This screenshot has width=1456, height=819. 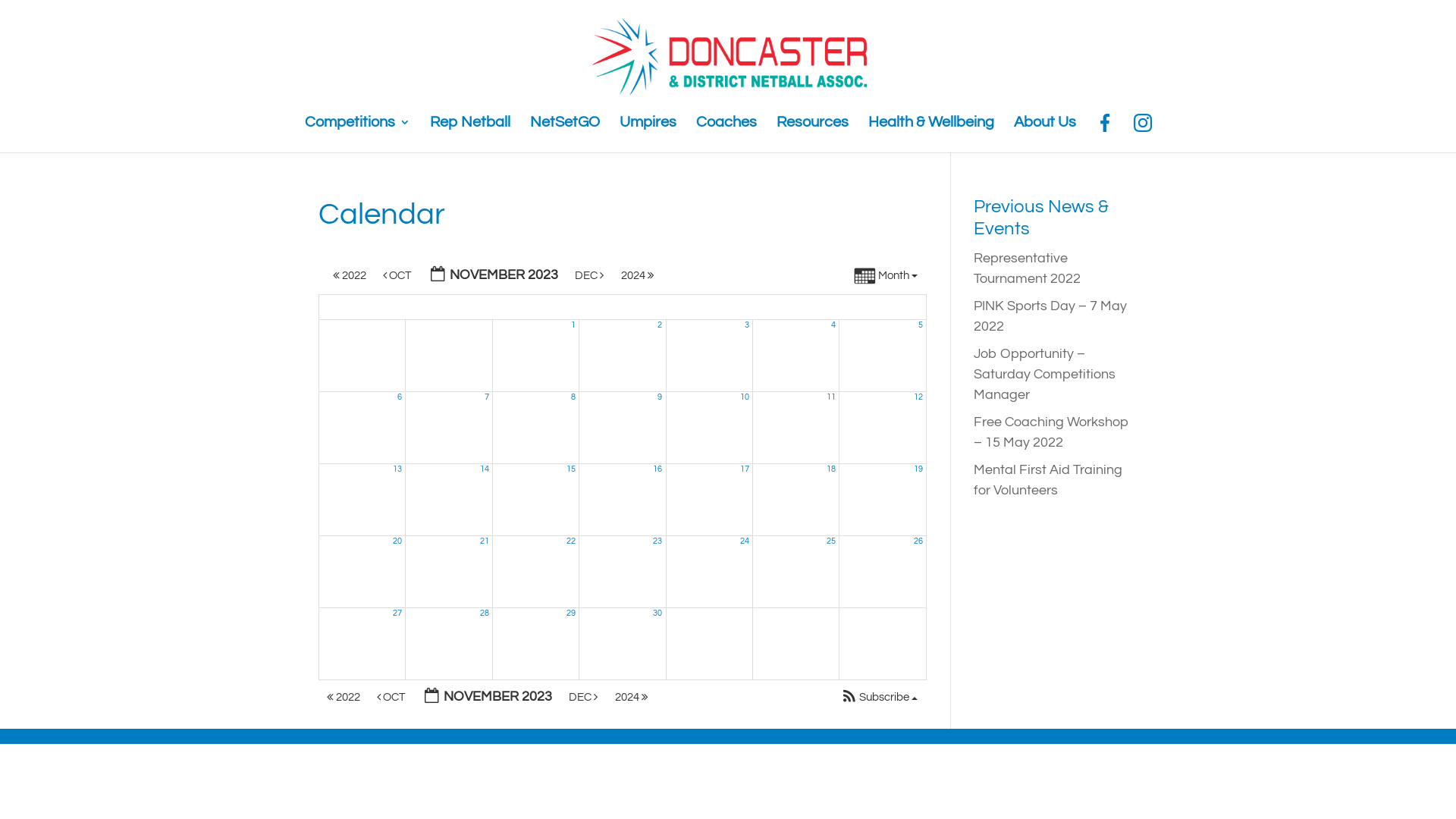 I want to click on '7', so click(x=487, y=396).